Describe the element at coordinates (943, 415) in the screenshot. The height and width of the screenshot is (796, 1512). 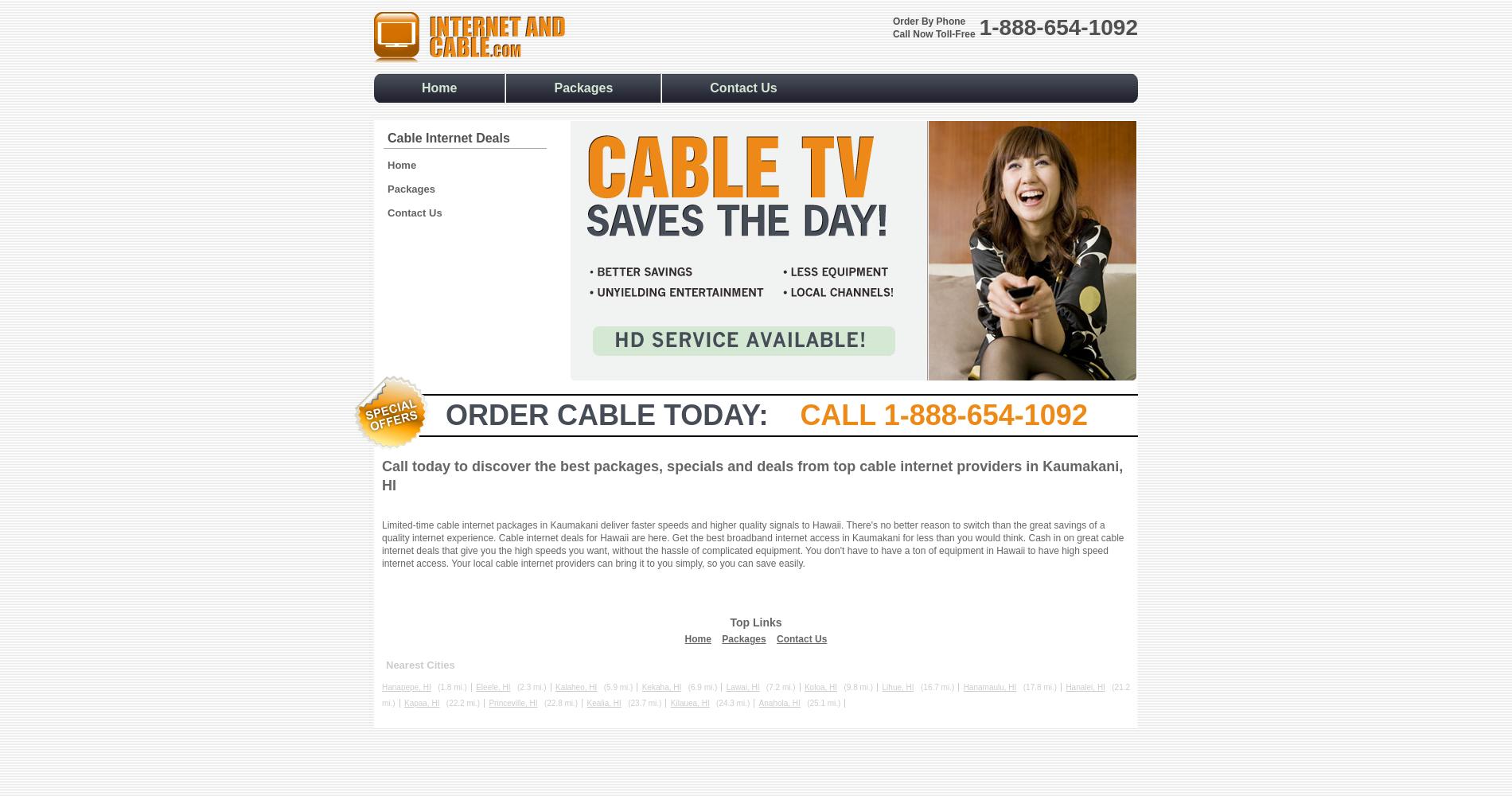
I see `'Call 1-888-654-1092'` at that location.